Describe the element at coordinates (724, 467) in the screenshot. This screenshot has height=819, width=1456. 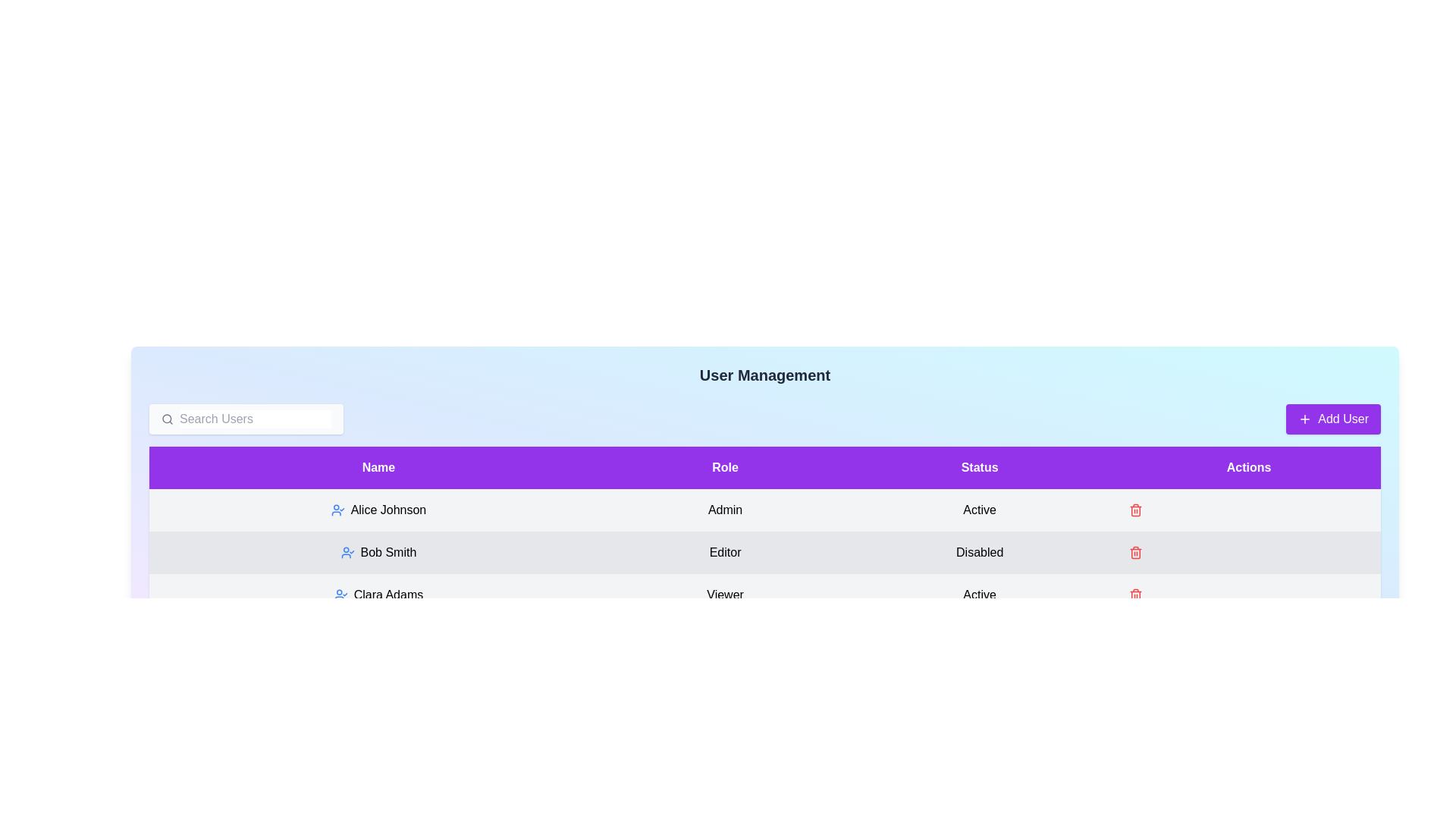
I see `the header Role to sort the table by that column` at that location.